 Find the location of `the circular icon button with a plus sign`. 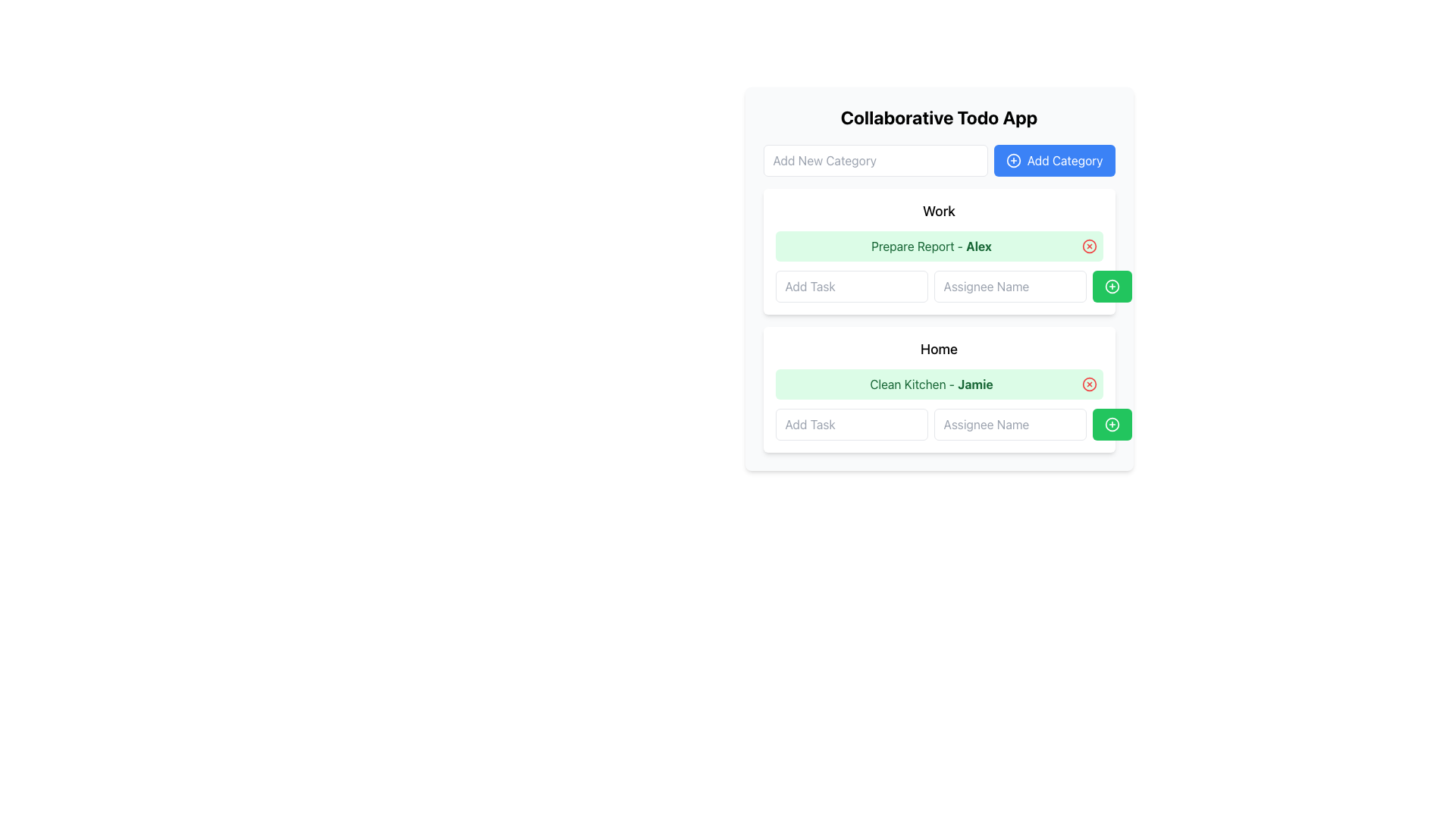

the circular icon button with a plus sign is located at coordinates (1112, 424).